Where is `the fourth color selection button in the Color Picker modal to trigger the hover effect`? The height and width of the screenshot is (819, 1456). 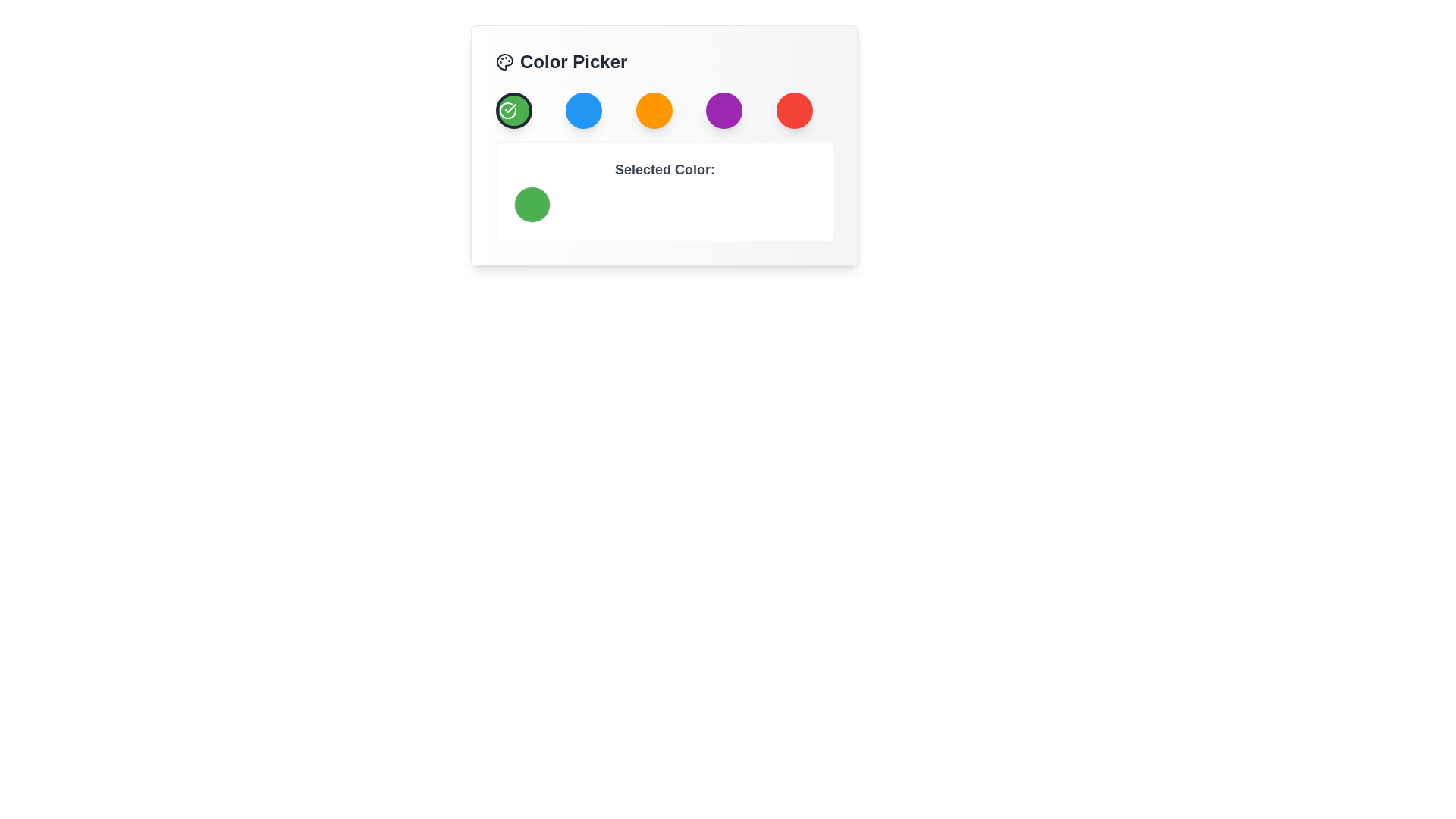 the fourth color selection button in the Color Picker modal to trigger the hover effect is located at coordinates (723, 110).